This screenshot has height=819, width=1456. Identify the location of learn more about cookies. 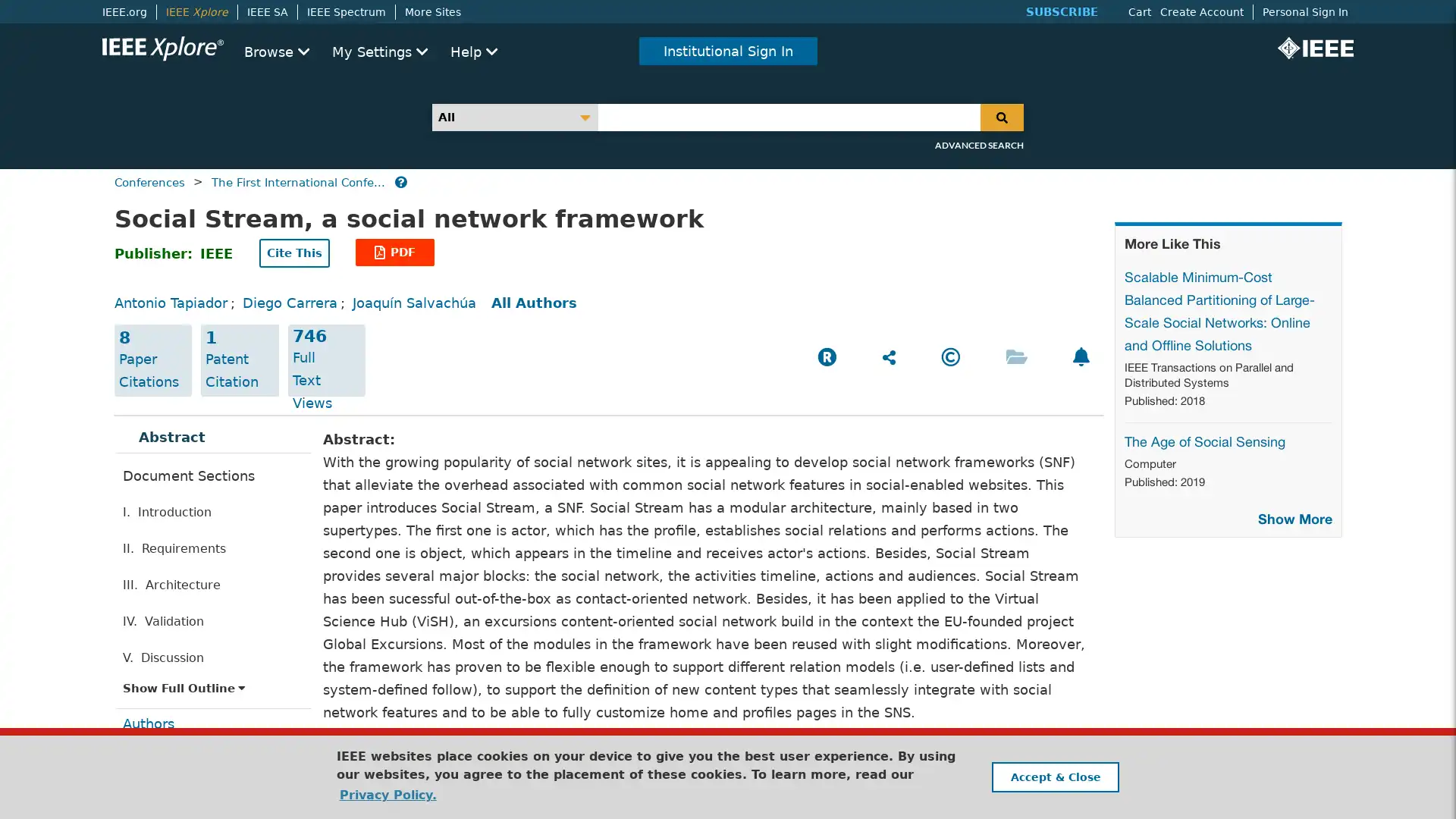
(387, 794).